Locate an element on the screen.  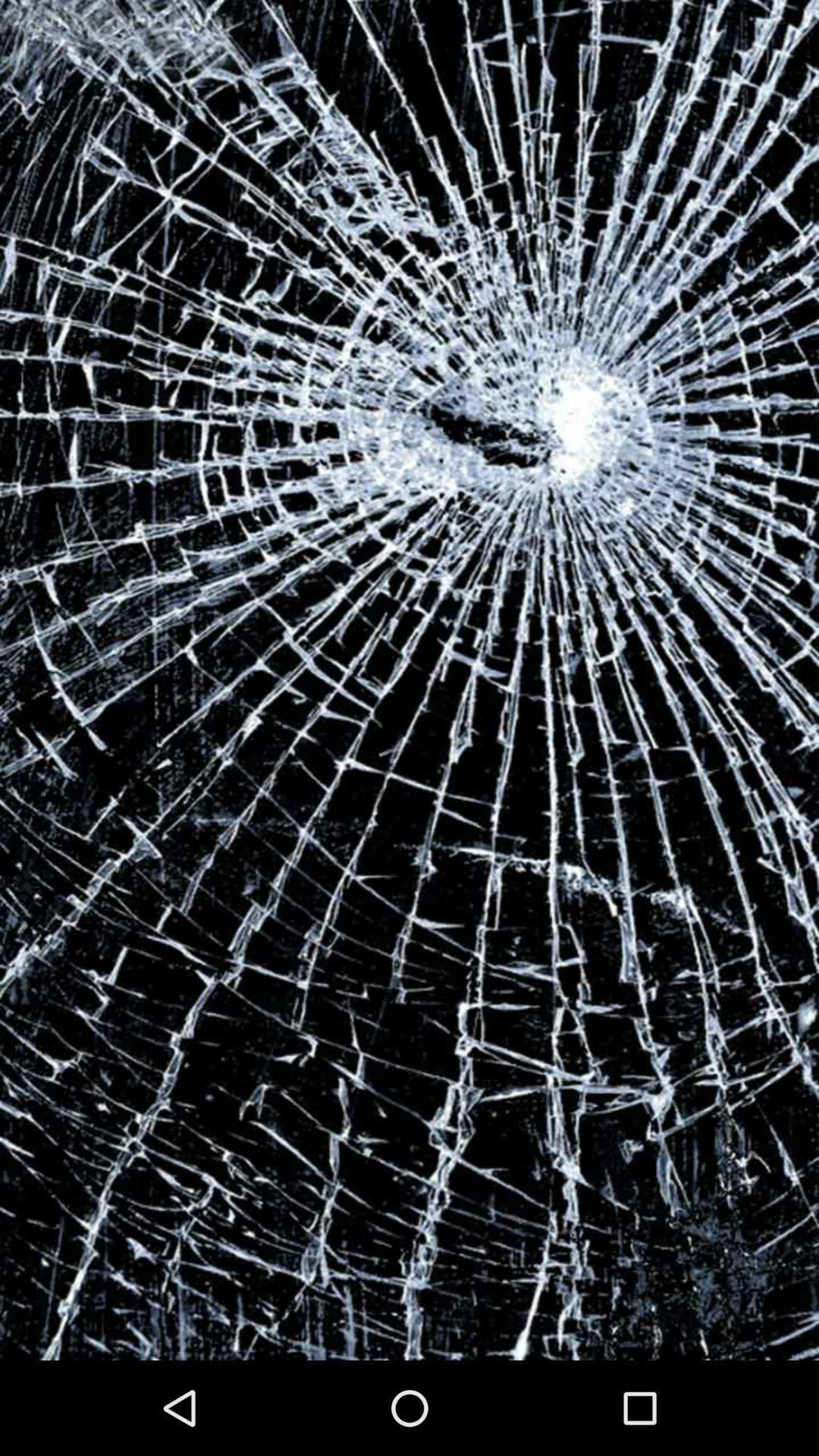
the more icon is located at coordinates (408, 701).